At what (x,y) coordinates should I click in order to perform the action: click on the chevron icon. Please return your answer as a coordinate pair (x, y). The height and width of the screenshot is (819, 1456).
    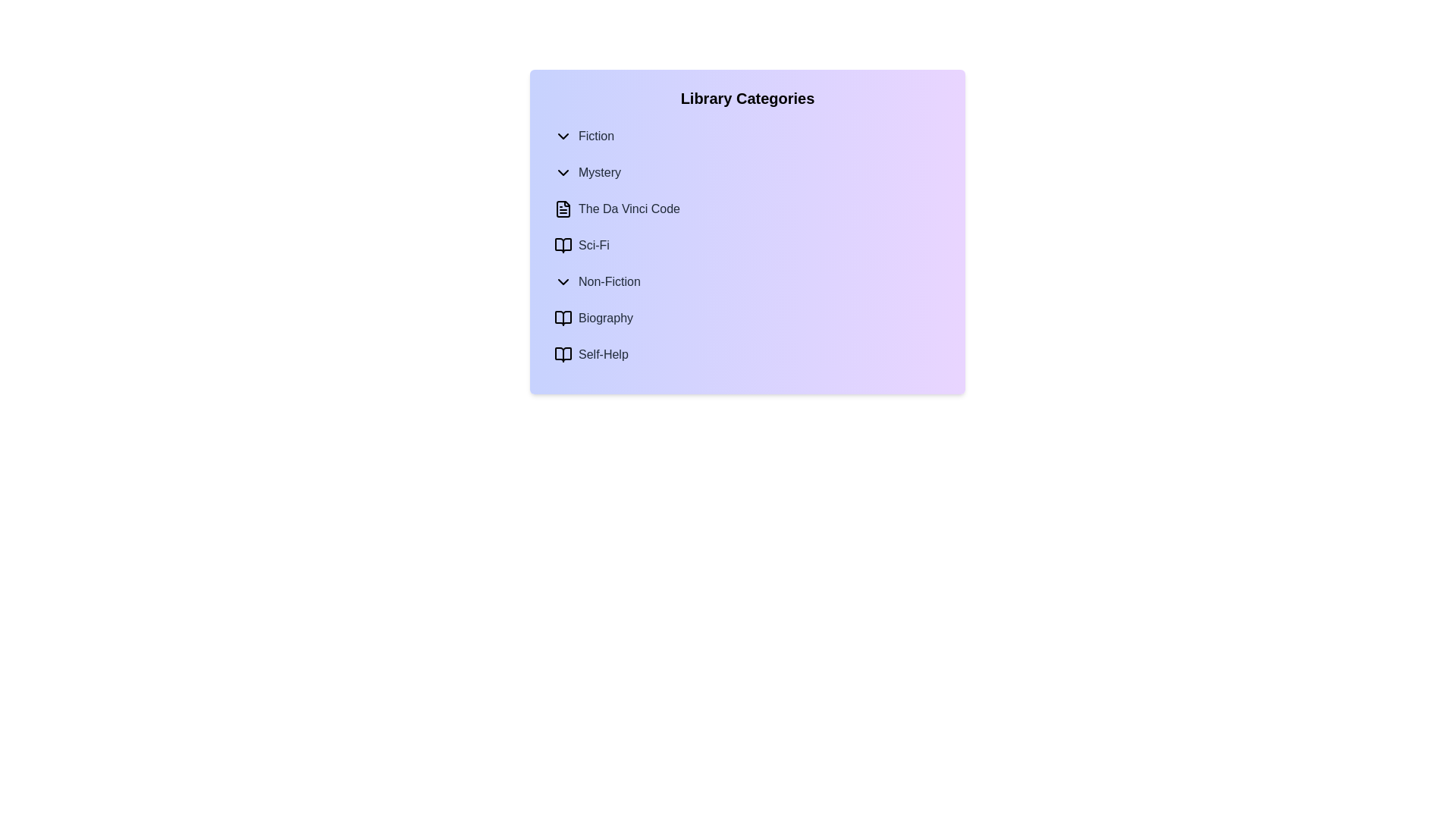
    Looking at the image, I should click on (563, 281).